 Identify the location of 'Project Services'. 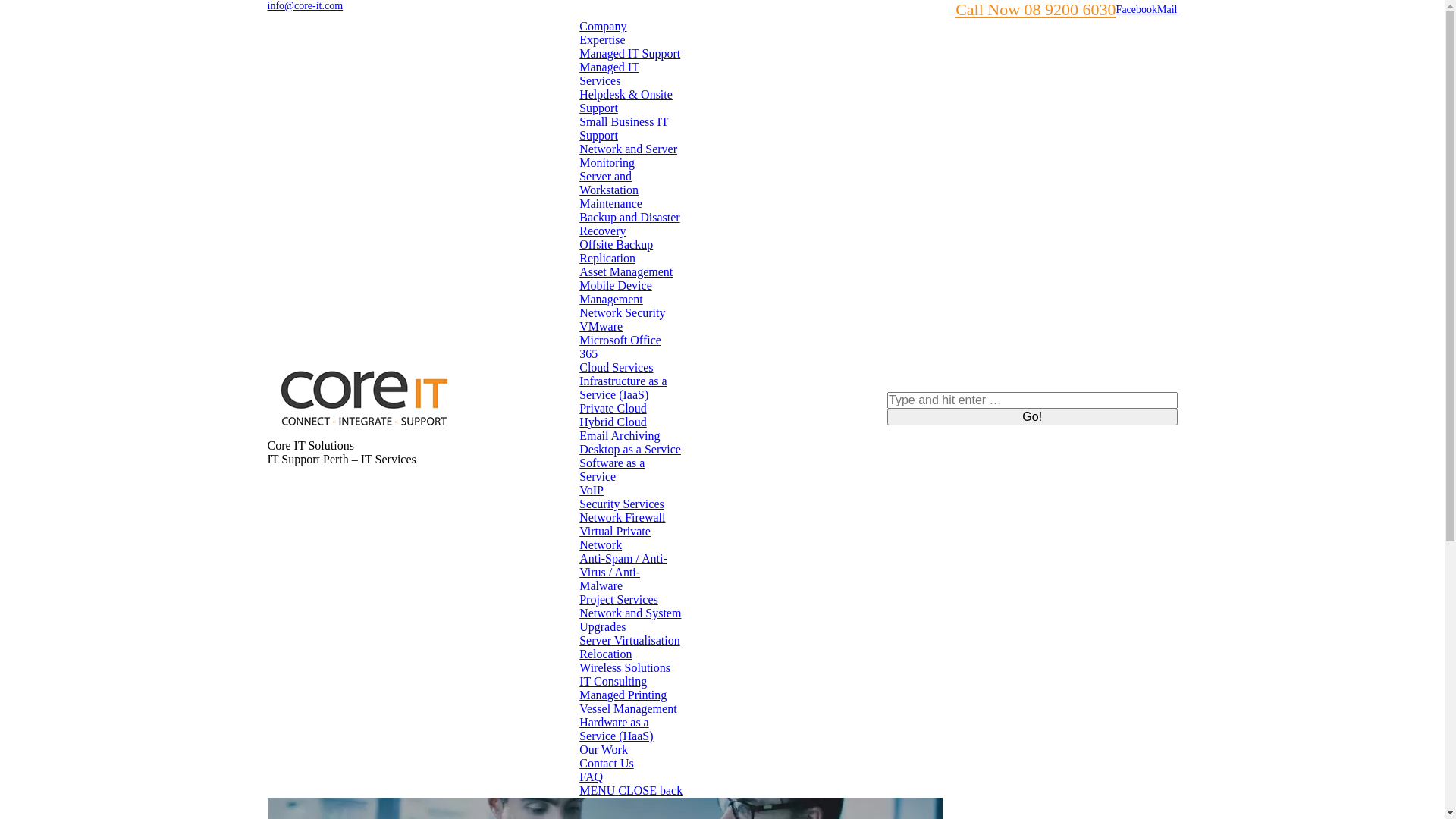
(619, 598).